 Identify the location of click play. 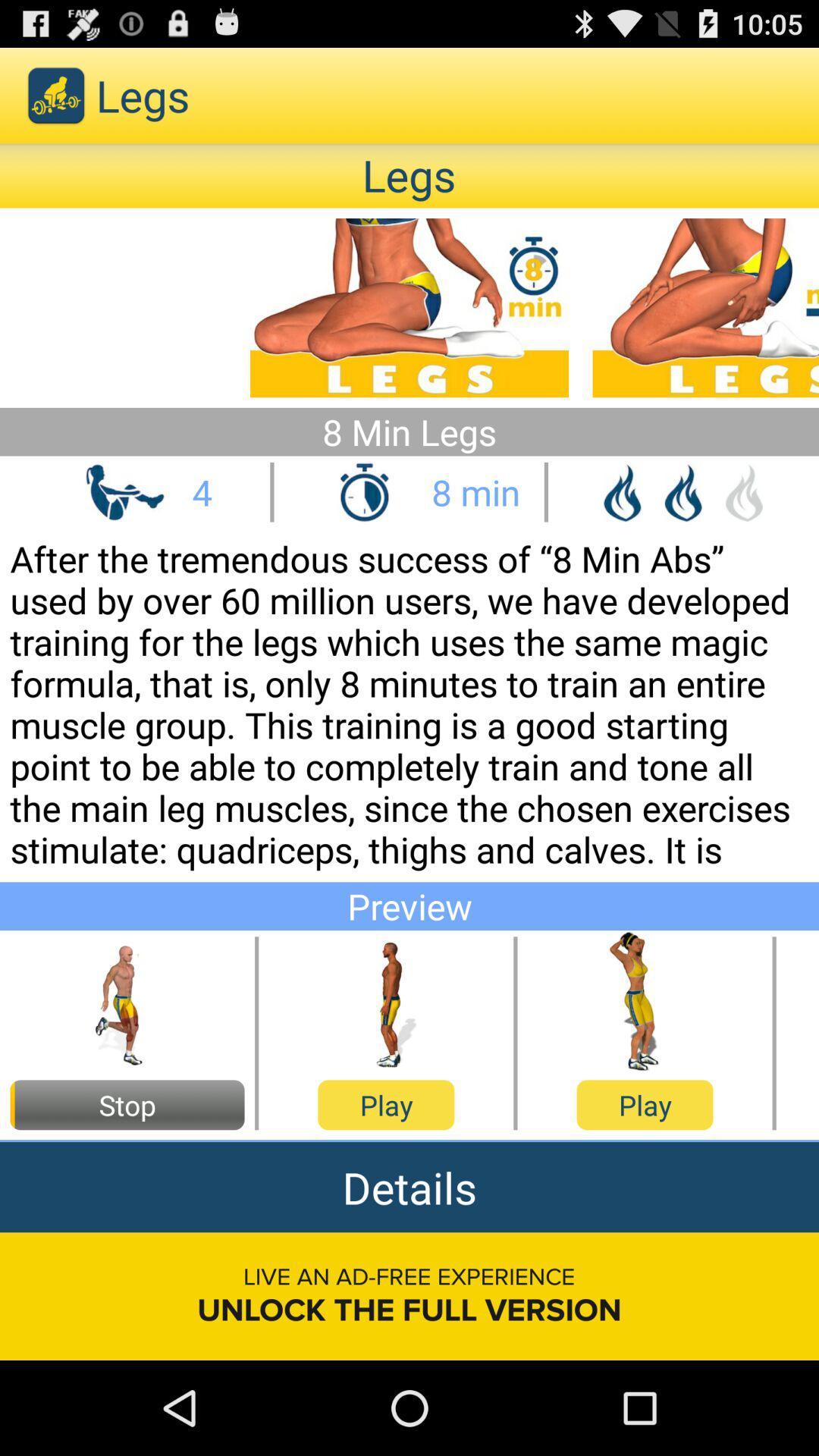
(385, 1002).